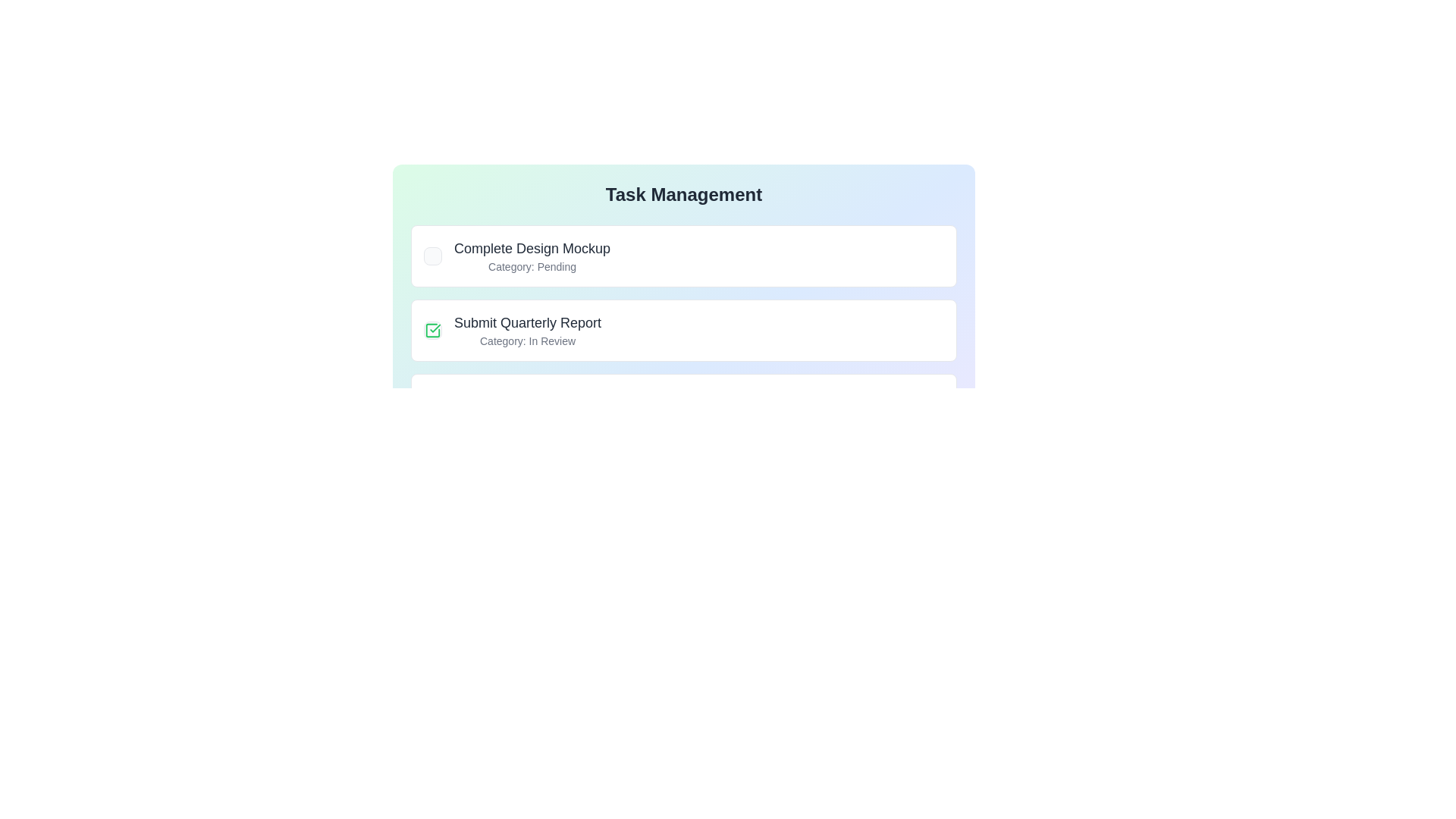  Describe the element at coordinates (528, 322) in the screenshot. I see `text displayed on the label that says 'Submit Quarterly Report', which is styled in a large, bold, dark font within a task management interface` at that location.